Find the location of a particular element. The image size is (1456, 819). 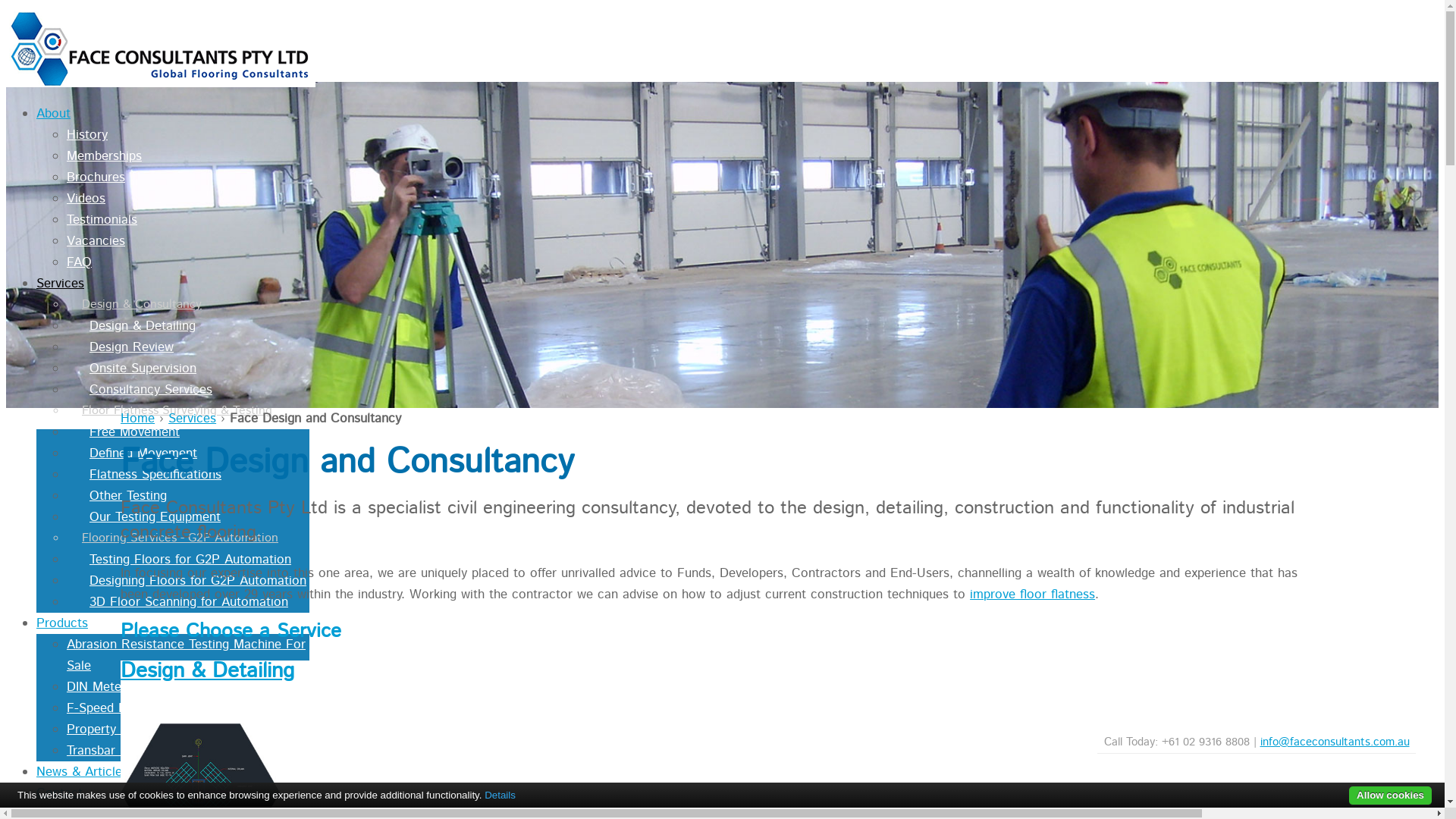

'Free Movement' is located at coordinates (123, 432).